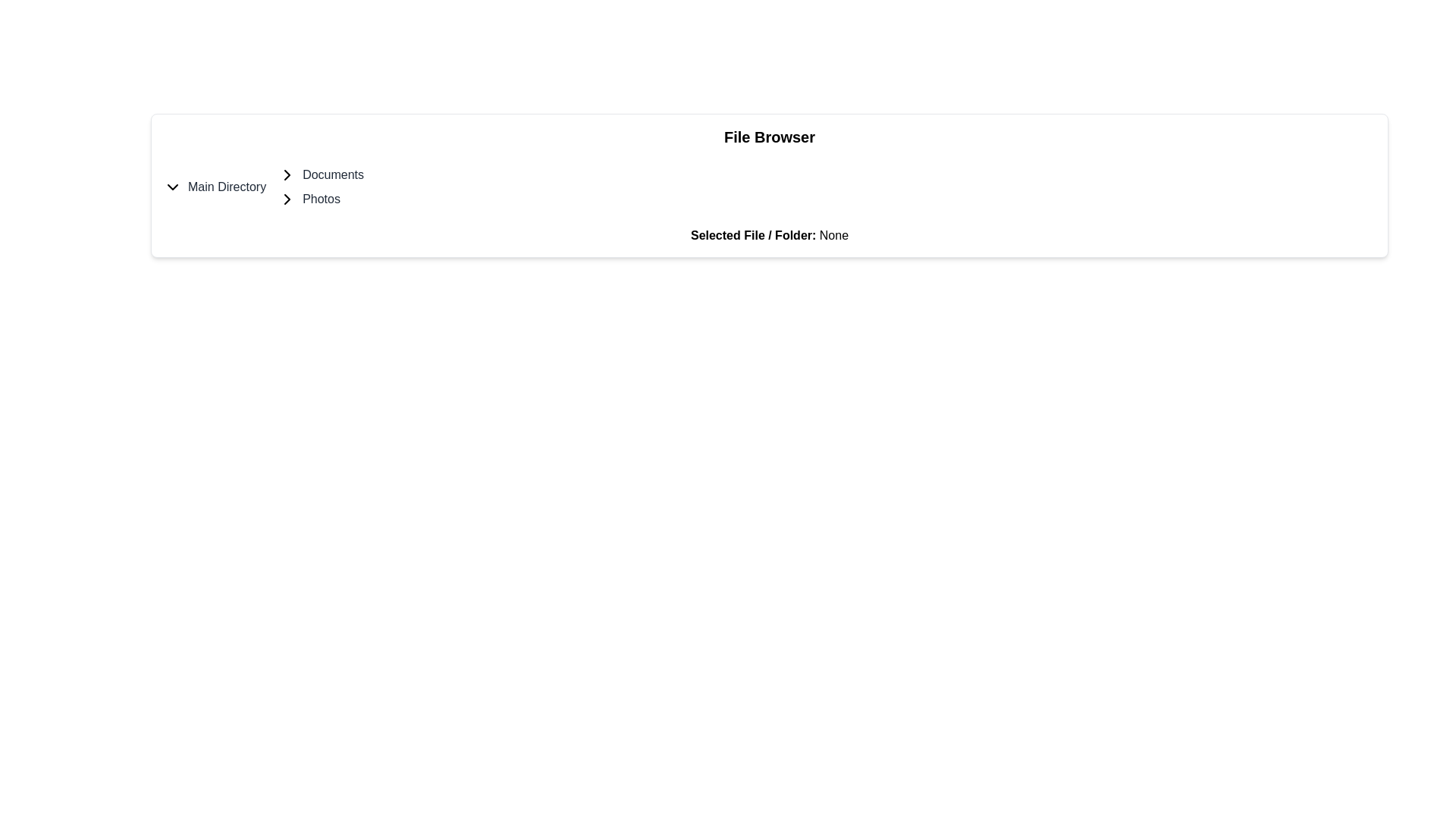  I want to click on the interactive text label displaying 'Photos', so click(321, 198).